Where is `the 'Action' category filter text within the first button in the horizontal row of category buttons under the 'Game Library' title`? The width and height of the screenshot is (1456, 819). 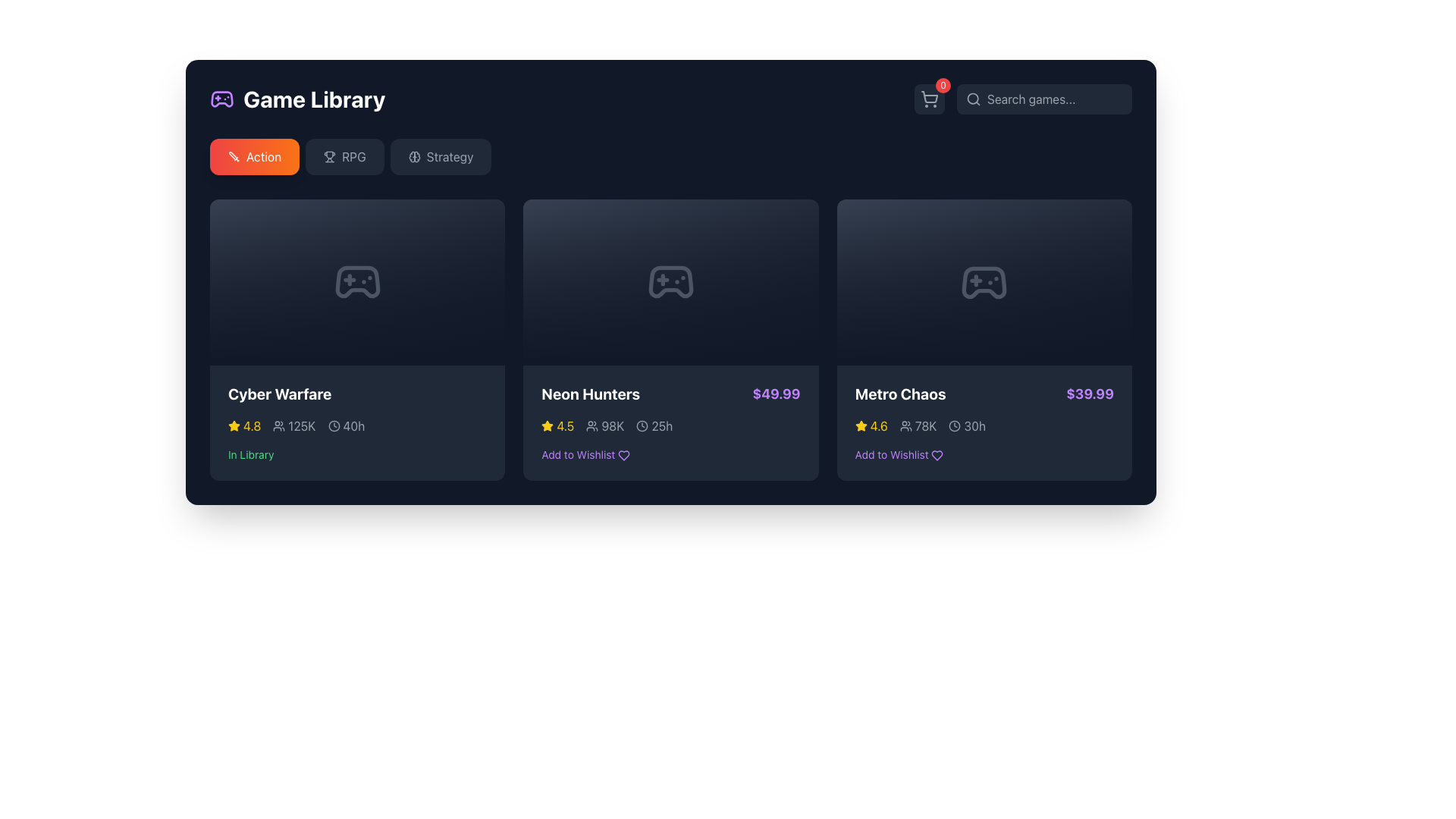 the 'Action' category filter text within the first button in the horizontal row of category buttons under the 'Game Library' title is located at coordinates (264, 157).